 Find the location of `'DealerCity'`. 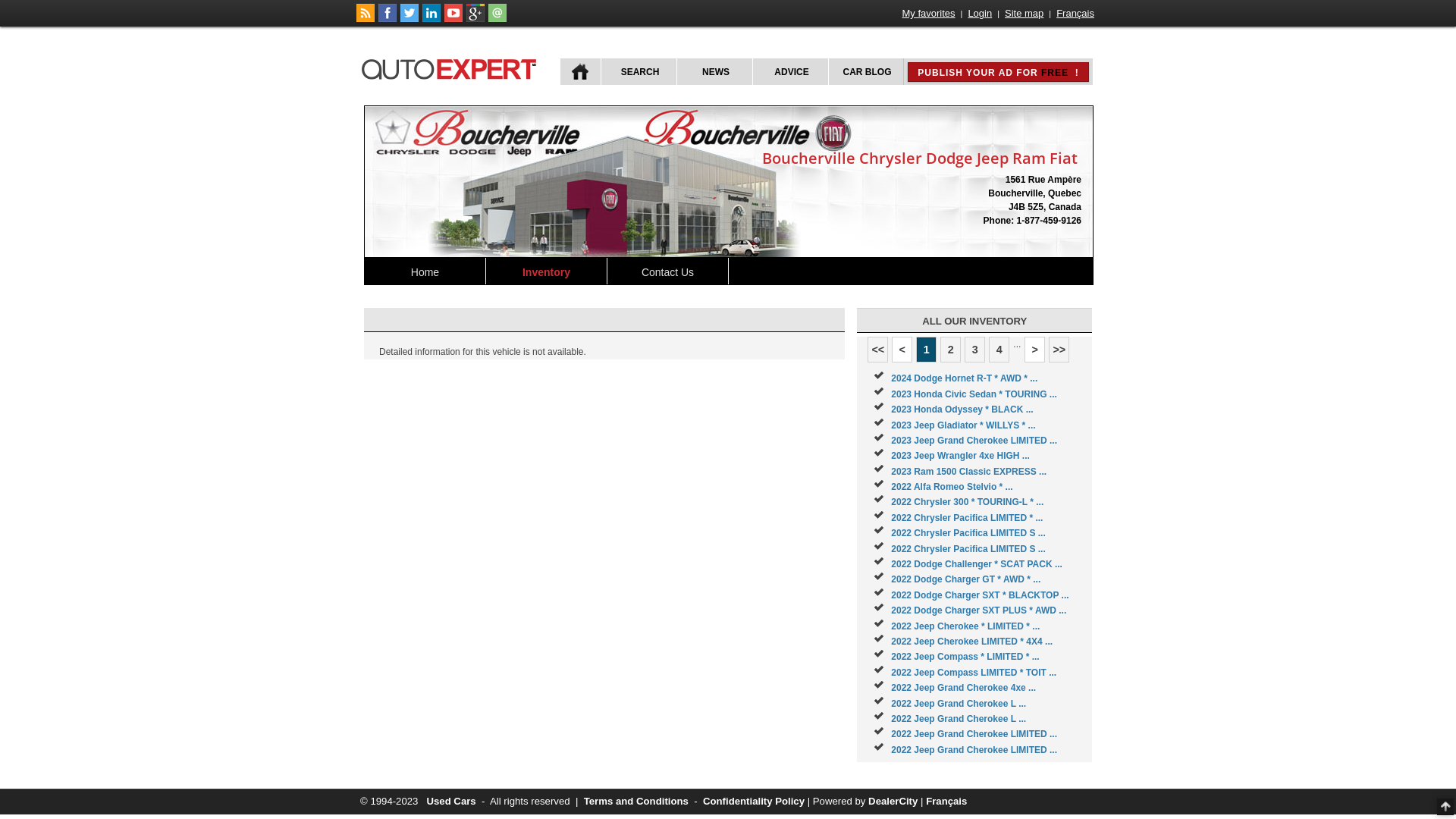

'DealerCity' is located at coordinates (893, 800).